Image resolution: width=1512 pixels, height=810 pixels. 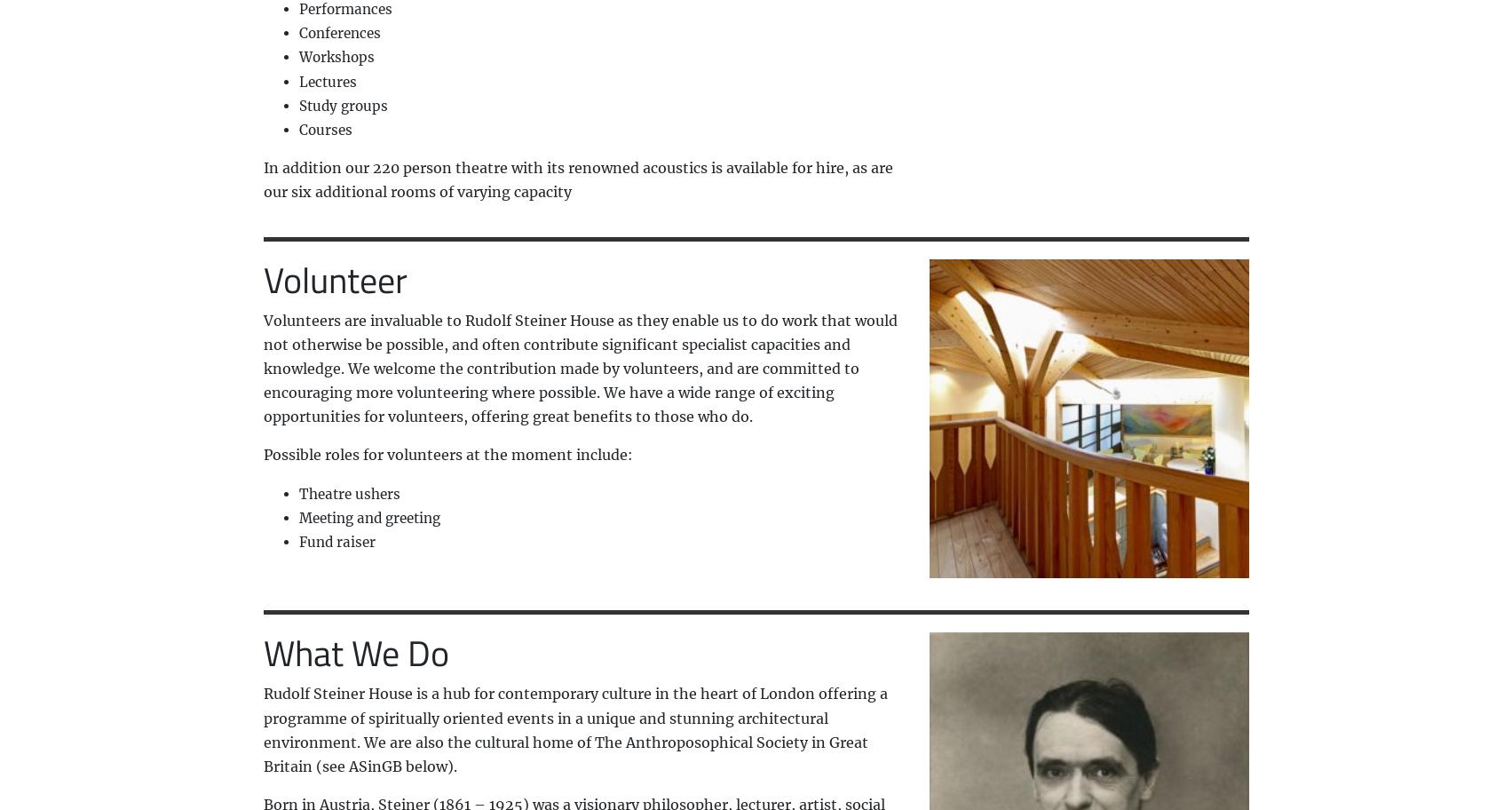 What do you see at coordinates (447, 453) in the screenshot?
I see `'Possible roles for volunteers at the moment include:'` at bounding box center [447, 453].